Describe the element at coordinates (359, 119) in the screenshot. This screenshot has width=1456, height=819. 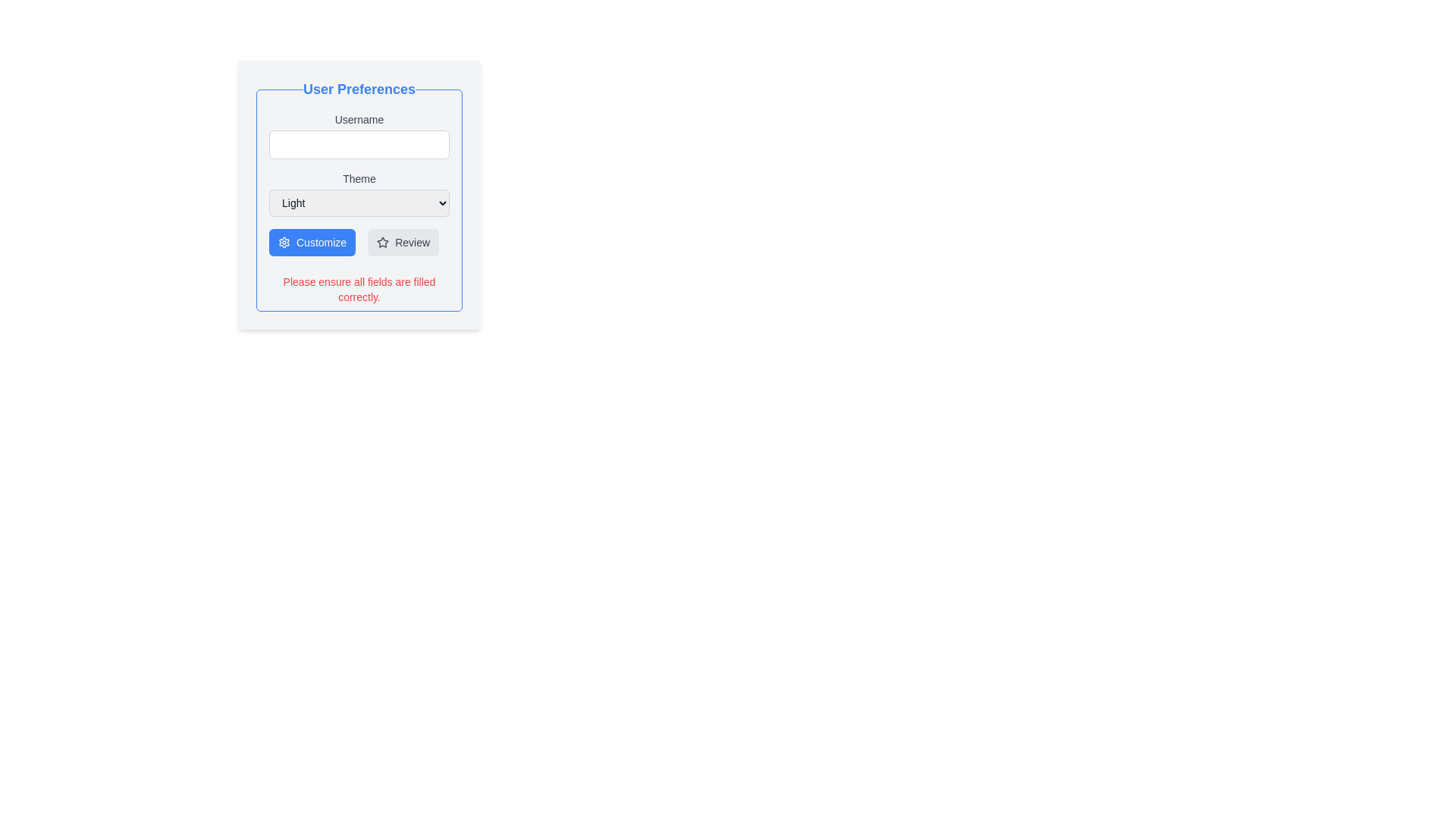
I see `the 'Username' text label, which is displayed in a smaller, medium-weight font style and is centrally aligned above an input field` at that location.